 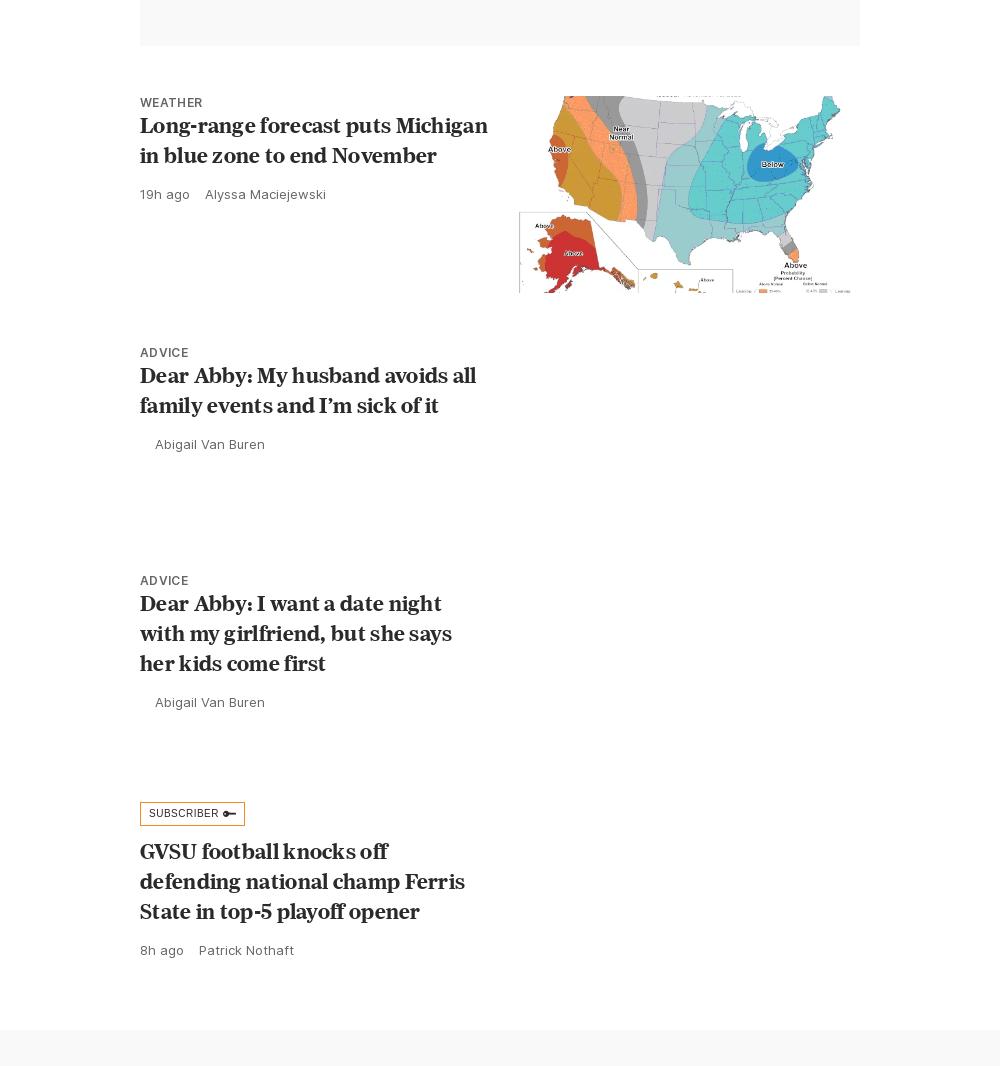 What do you see at coordinates (171, 101) in the screenshot?
I see `'Weather'` at bounding box center [171, 101].